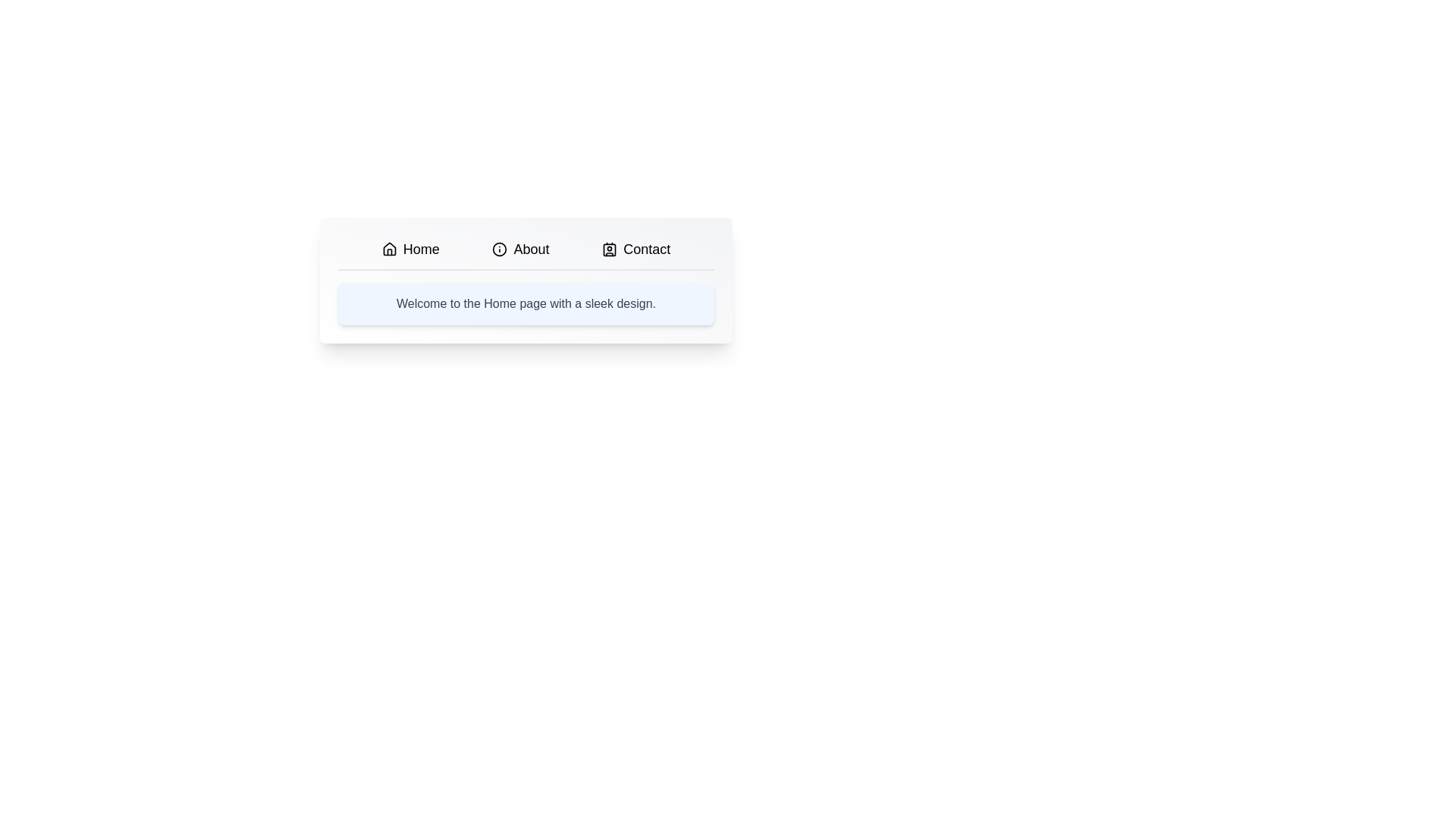 Image resolution: width=1456 pixels, height=819 pixels. What do you see at coordinates (636, 248) in the screenshot?
I see `the tab labeled Contact to observe its hover effect` at bounding box center [636, 248].